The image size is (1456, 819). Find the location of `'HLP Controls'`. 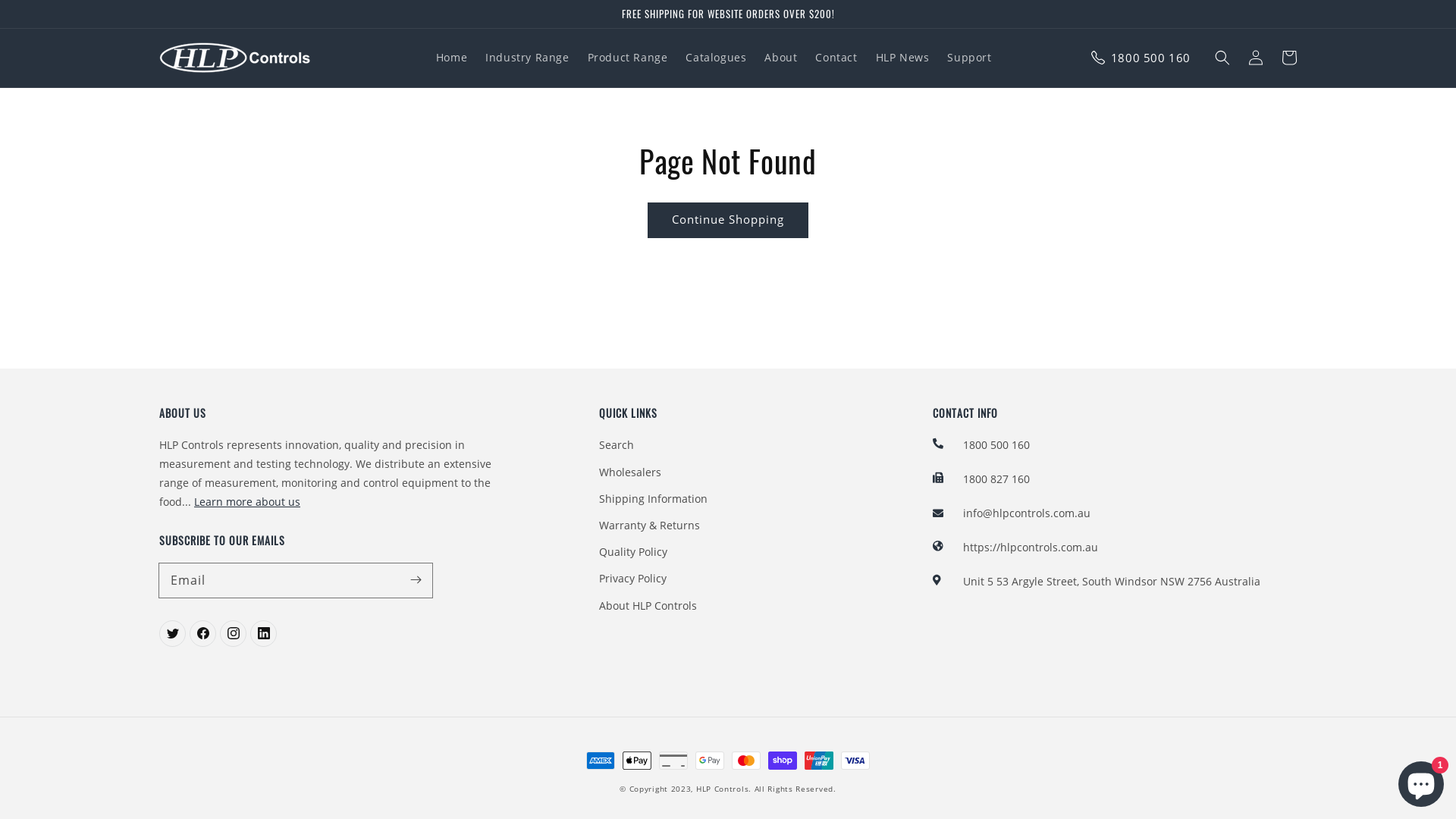

'HLP Controls' is located at coordinates (721, 788).